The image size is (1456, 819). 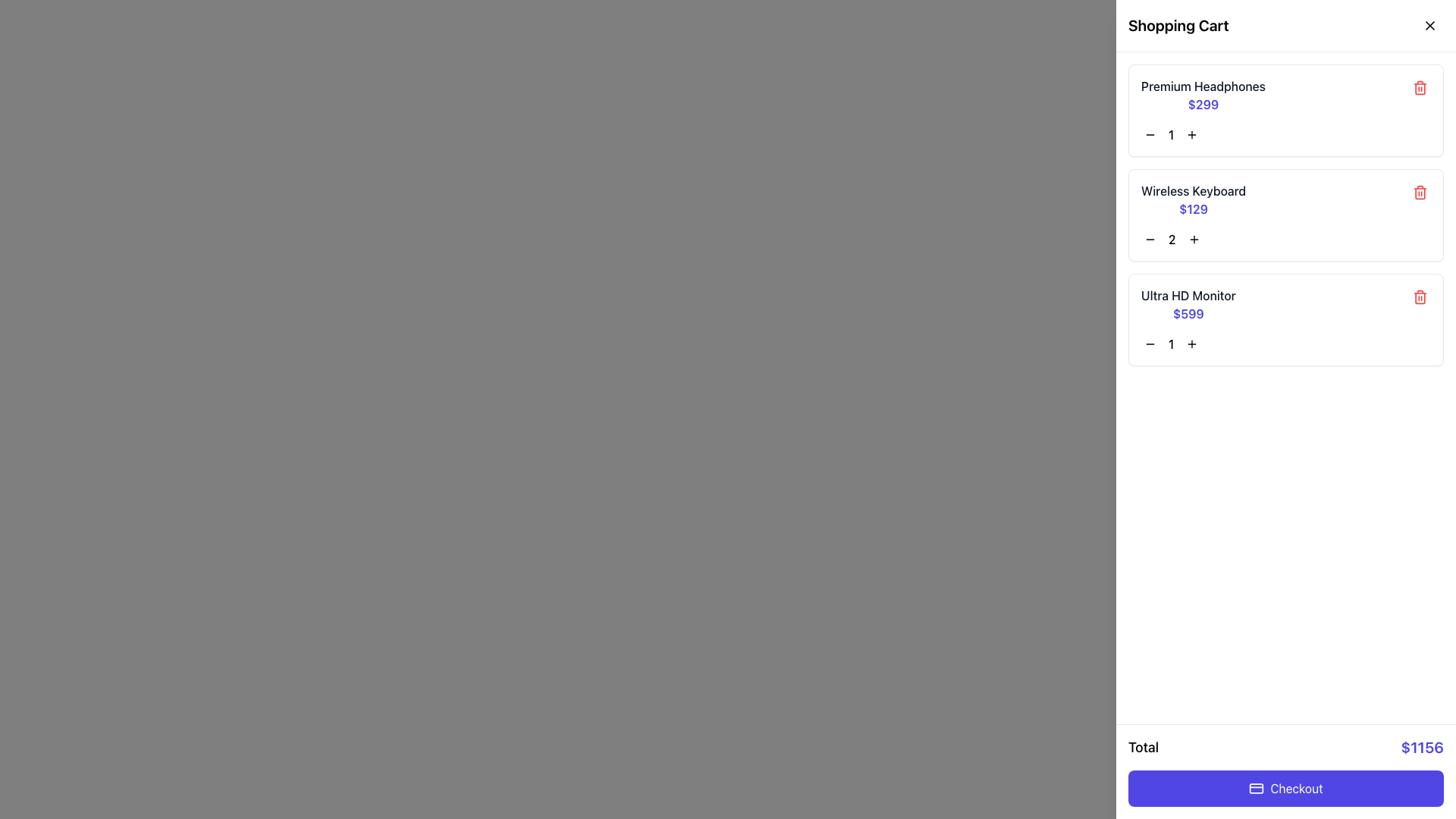 What do you see at coordinates (1421, 747) in the screenshot?
I see `the total amount text label that displays the sum of items in the shopping cart located in the lower-right corner of the interface, beneath the listed products` at bounding box center [1421, 747].